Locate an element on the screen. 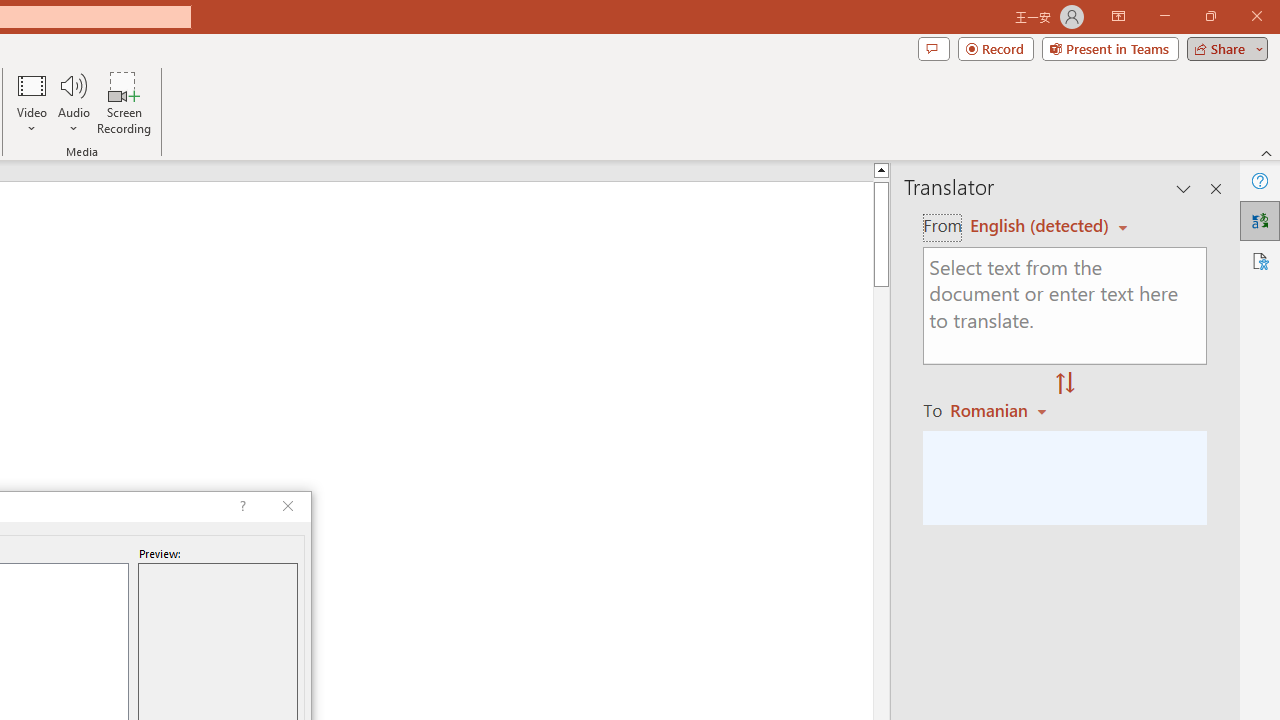  'Video' is located at coordinates (32, 103).